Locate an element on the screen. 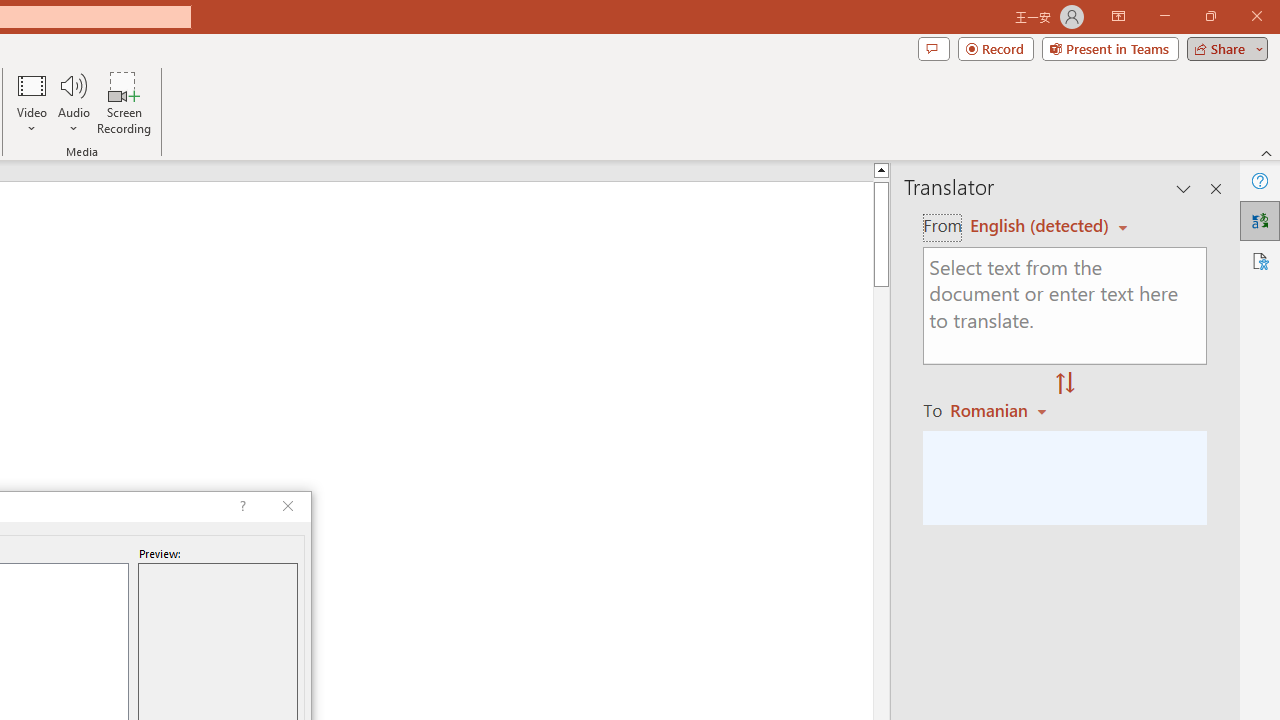  'Video' is located at coordinates (32, 103).